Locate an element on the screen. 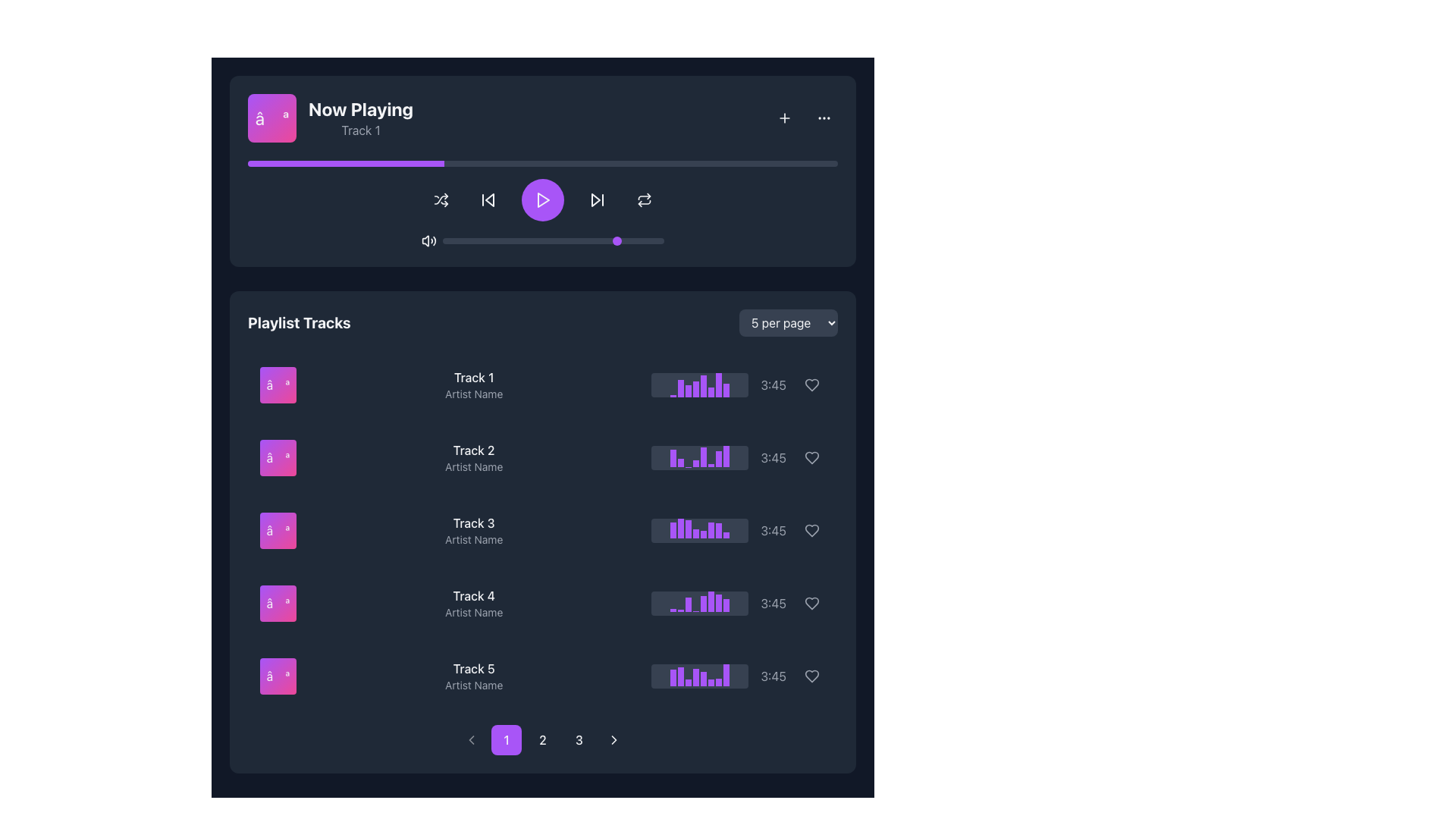  the musical note icon styled with a gradient background, which is centered within the first item in the 'Playlist Tracks' list adjacent to the text 'Track 1 - Artist Name.' is located at coordinates (278, 384).